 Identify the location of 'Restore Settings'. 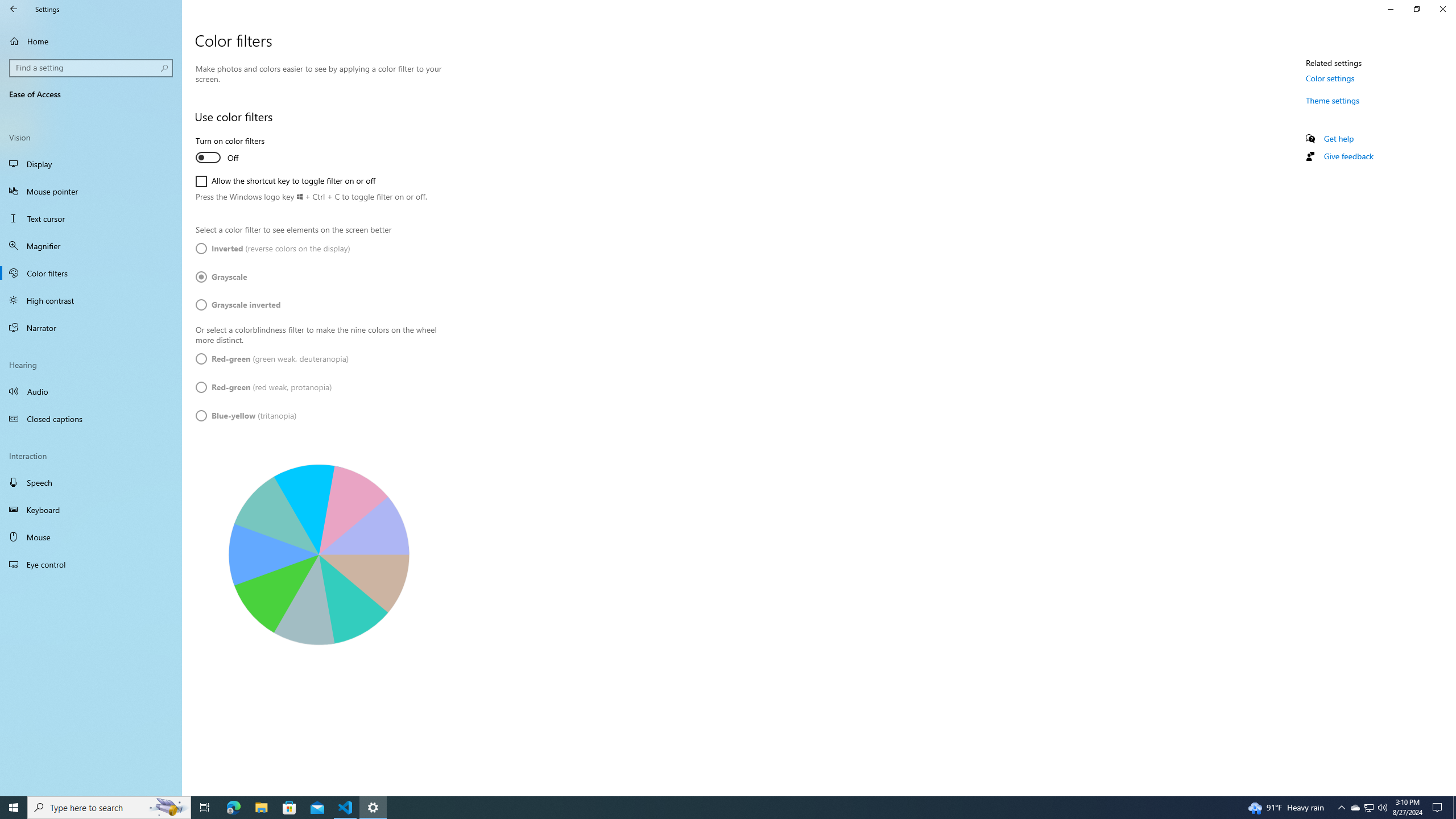
(1416, 9).